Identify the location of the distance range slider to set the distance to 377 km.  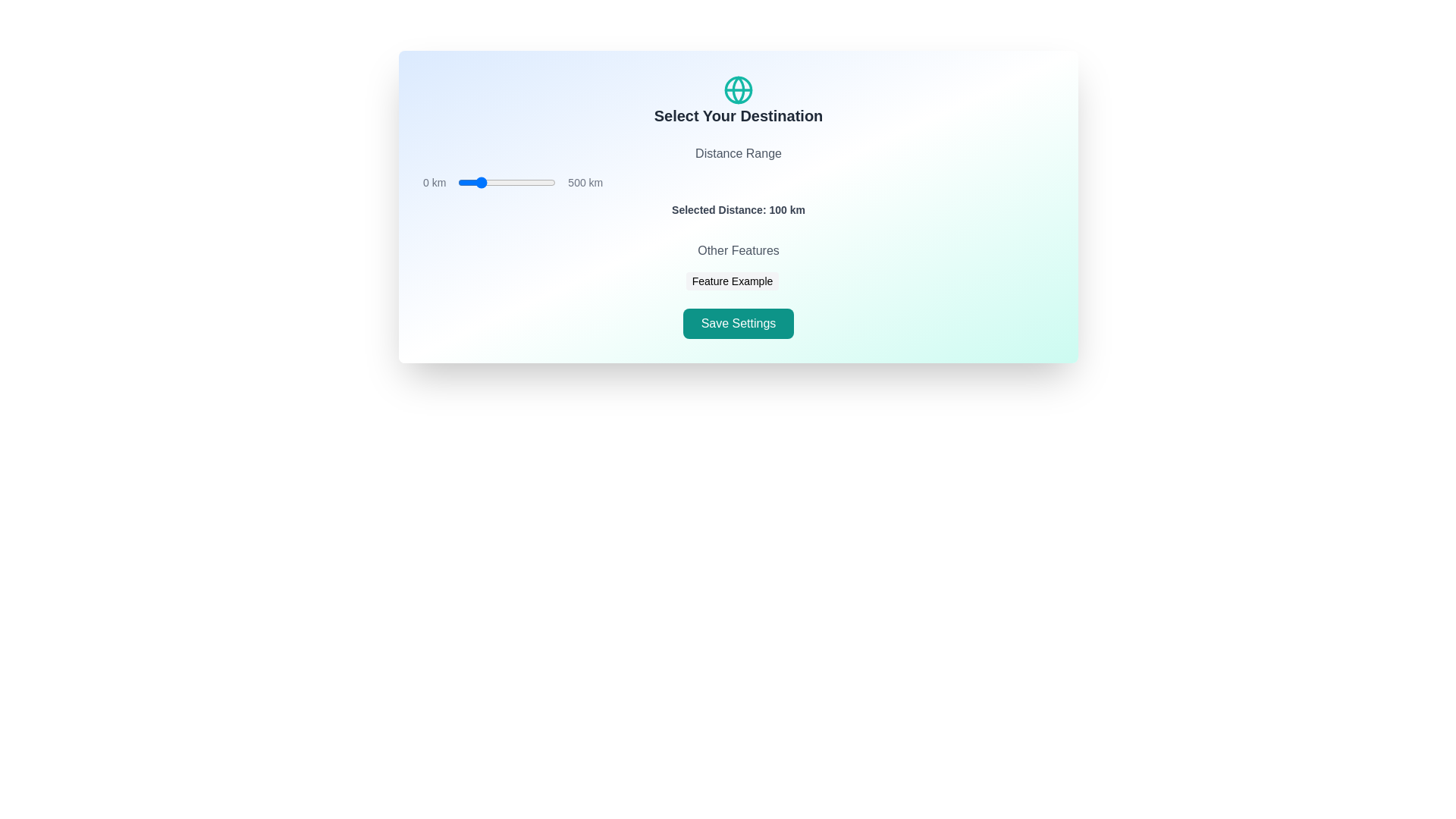
(532, 181).